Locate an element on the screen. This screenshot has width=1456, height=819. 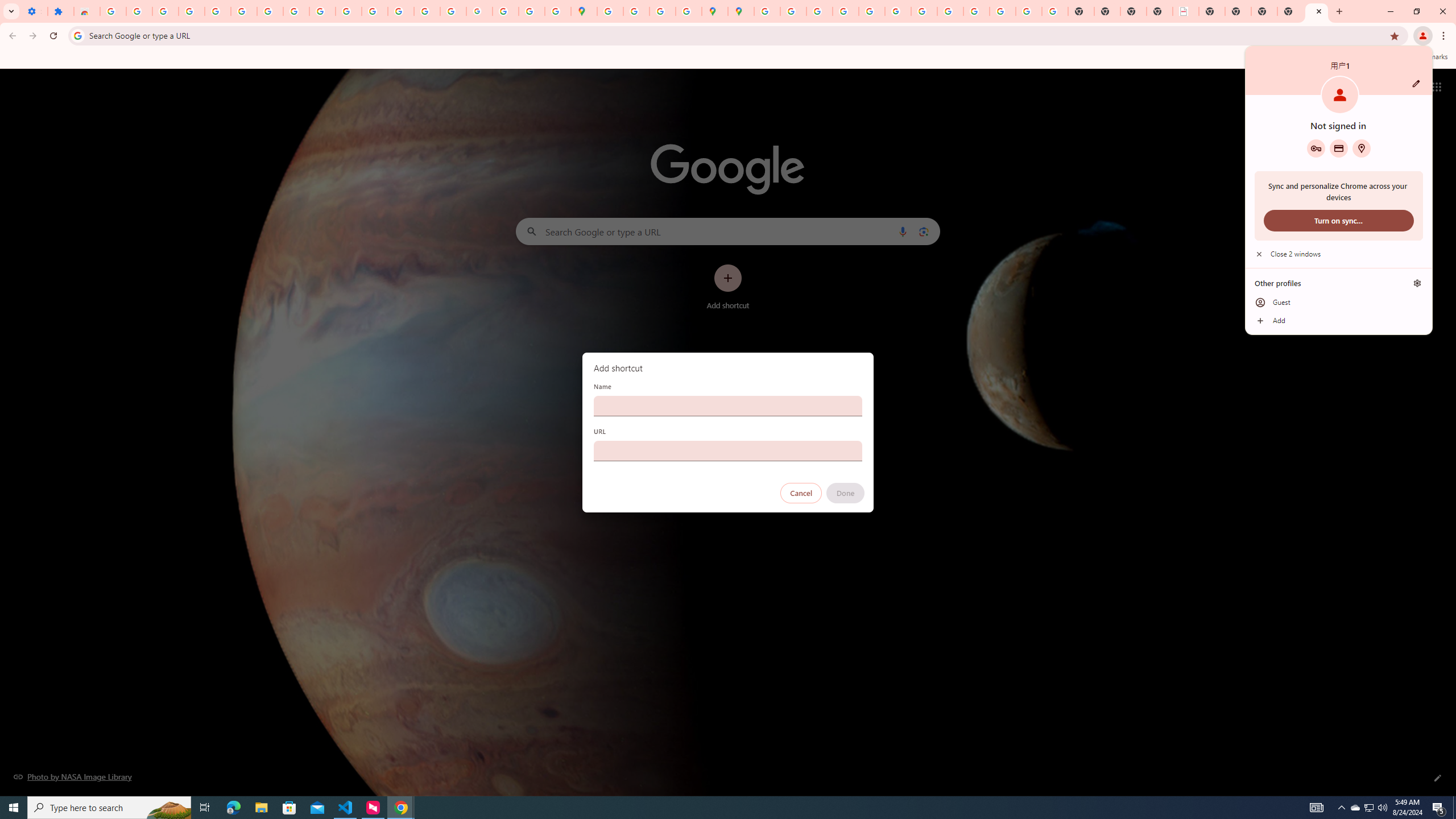
'Manage profiles' is located at coordinates (1417, 283).